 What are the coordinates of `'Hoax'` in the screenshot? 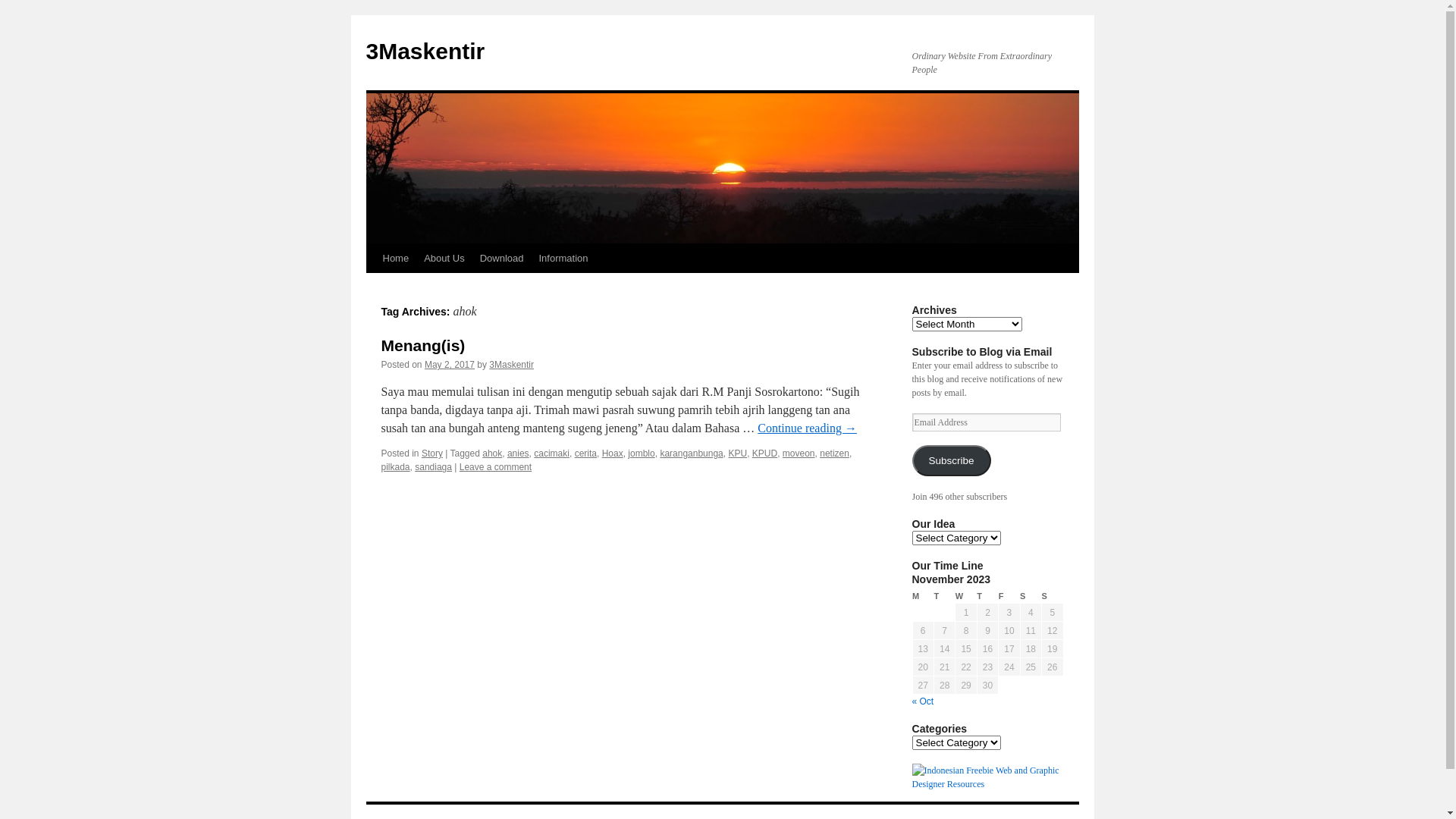 It's located at (612, 452).